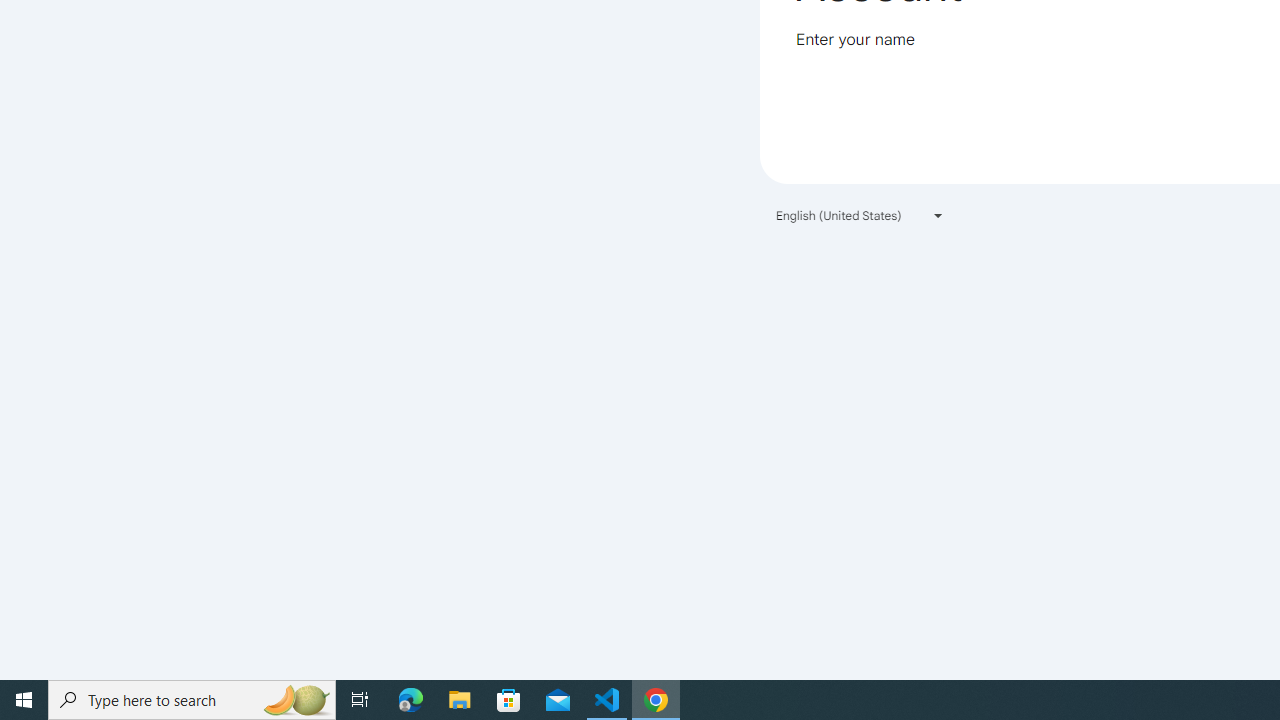 Image resolution: width=1280 pixels, height=720 pixels. Describe the element at coordinates (860, 215) in the screenshot. I see `'English (United States)'` at that location.